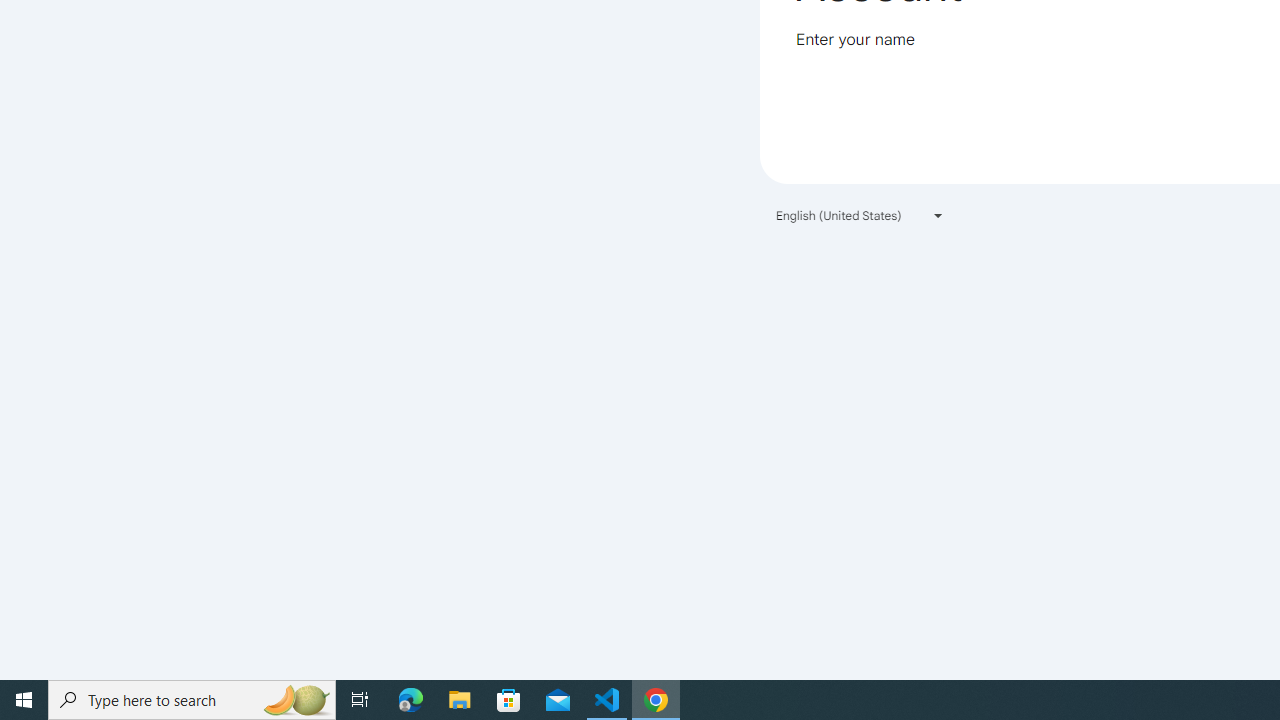 Image resolution: width=1280 pixels, height=720 pixels. Describe the element at coordinates (860, 215) in the screenshot. I see `'English (United States)'` at that location.